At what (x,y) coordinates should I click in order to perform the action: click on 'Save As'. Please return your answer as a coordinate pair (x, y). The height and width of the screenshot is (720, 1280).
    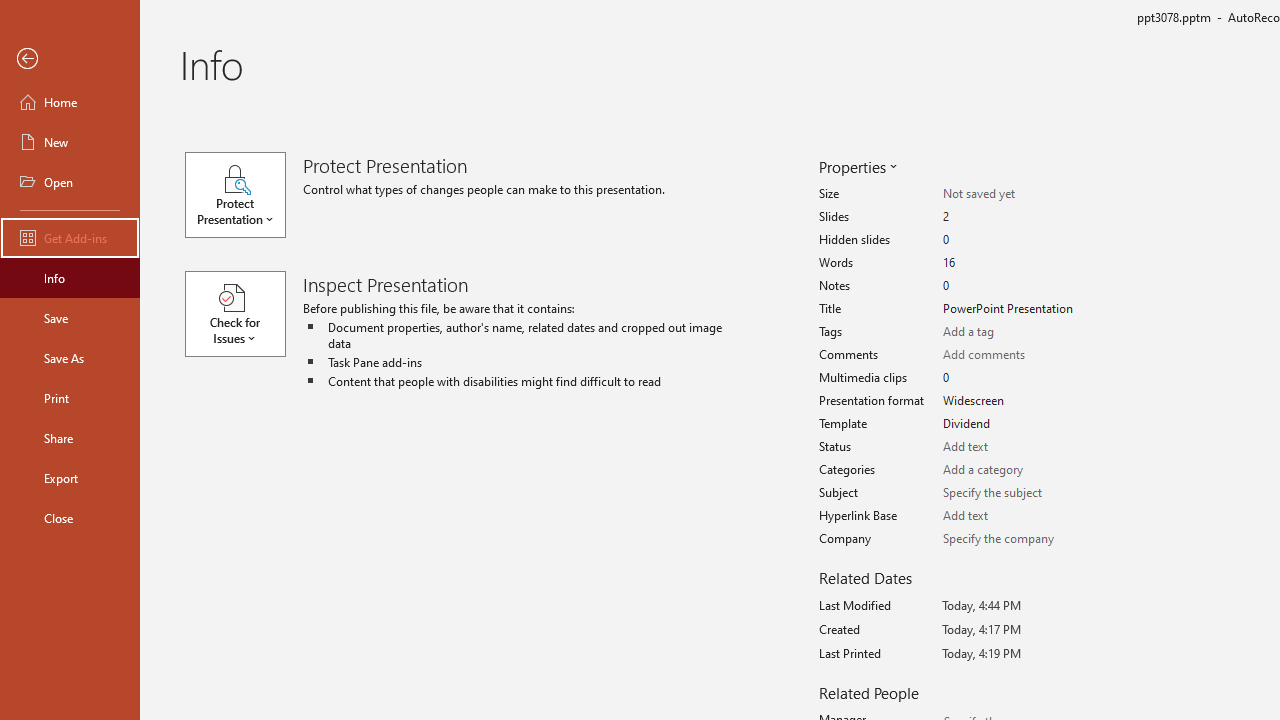
    Looking at the image, I should click on (69, 356).